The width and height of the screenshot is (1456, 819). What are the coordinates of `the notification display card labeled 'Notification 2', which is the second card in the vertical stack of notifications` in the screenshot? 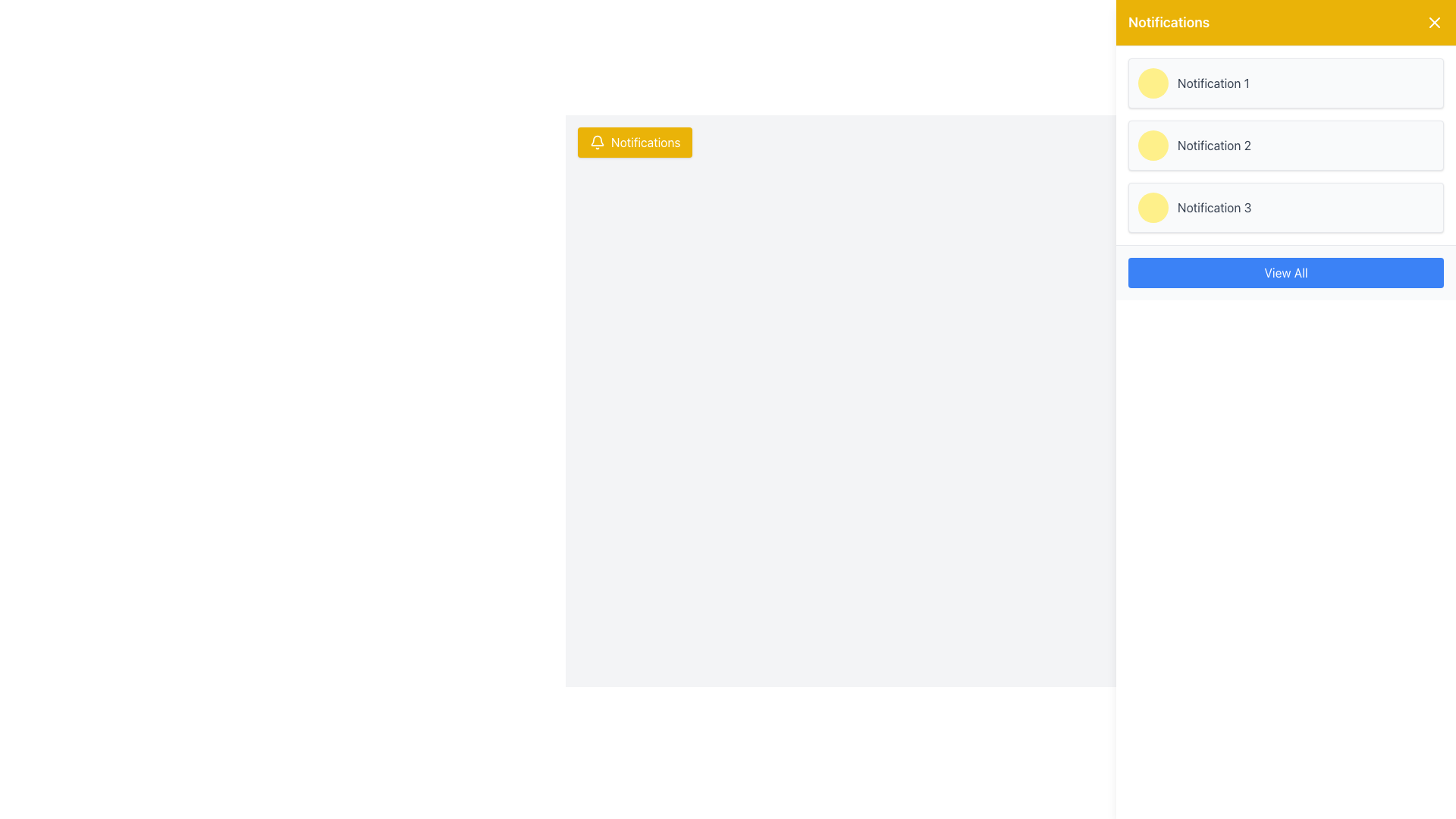 It's located at (1285, 146).